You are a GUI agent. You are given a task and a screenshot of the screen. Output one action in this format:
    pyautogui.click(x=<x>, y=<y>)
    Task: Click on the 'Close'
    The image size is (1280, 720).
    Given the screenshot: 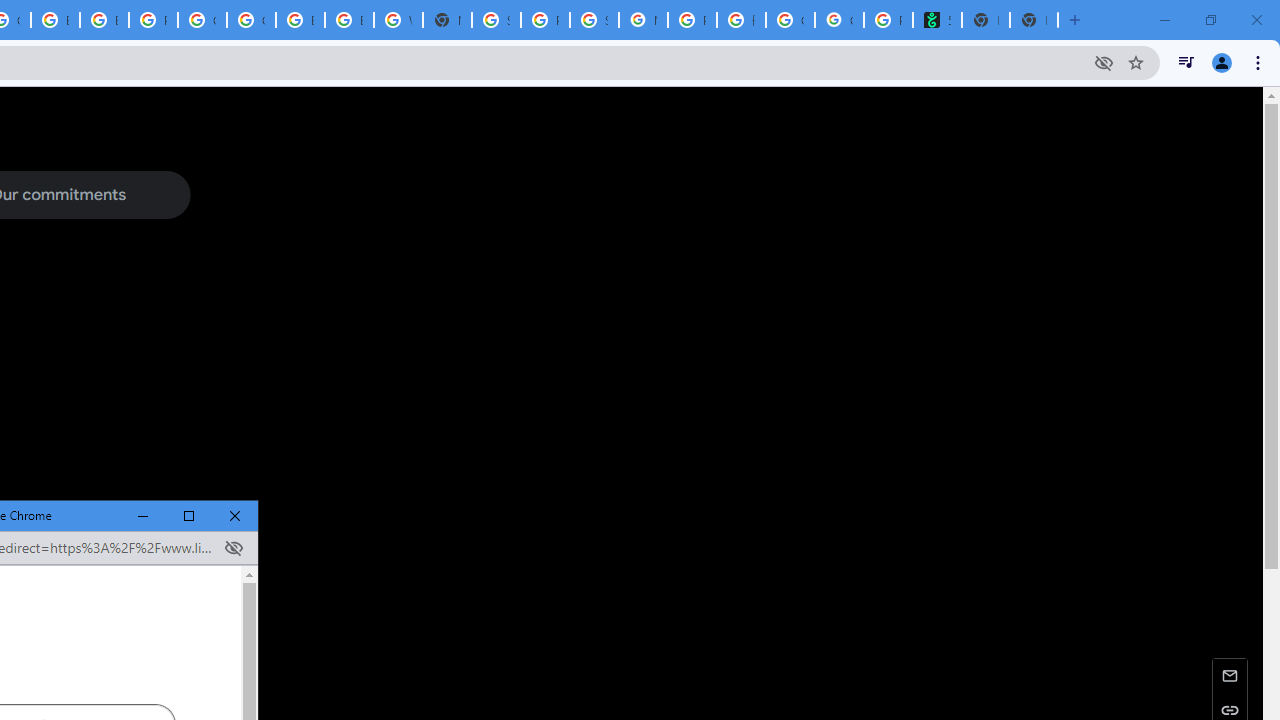 What is the action you would take?
    pyautogui.click(x=235, y=515)
    